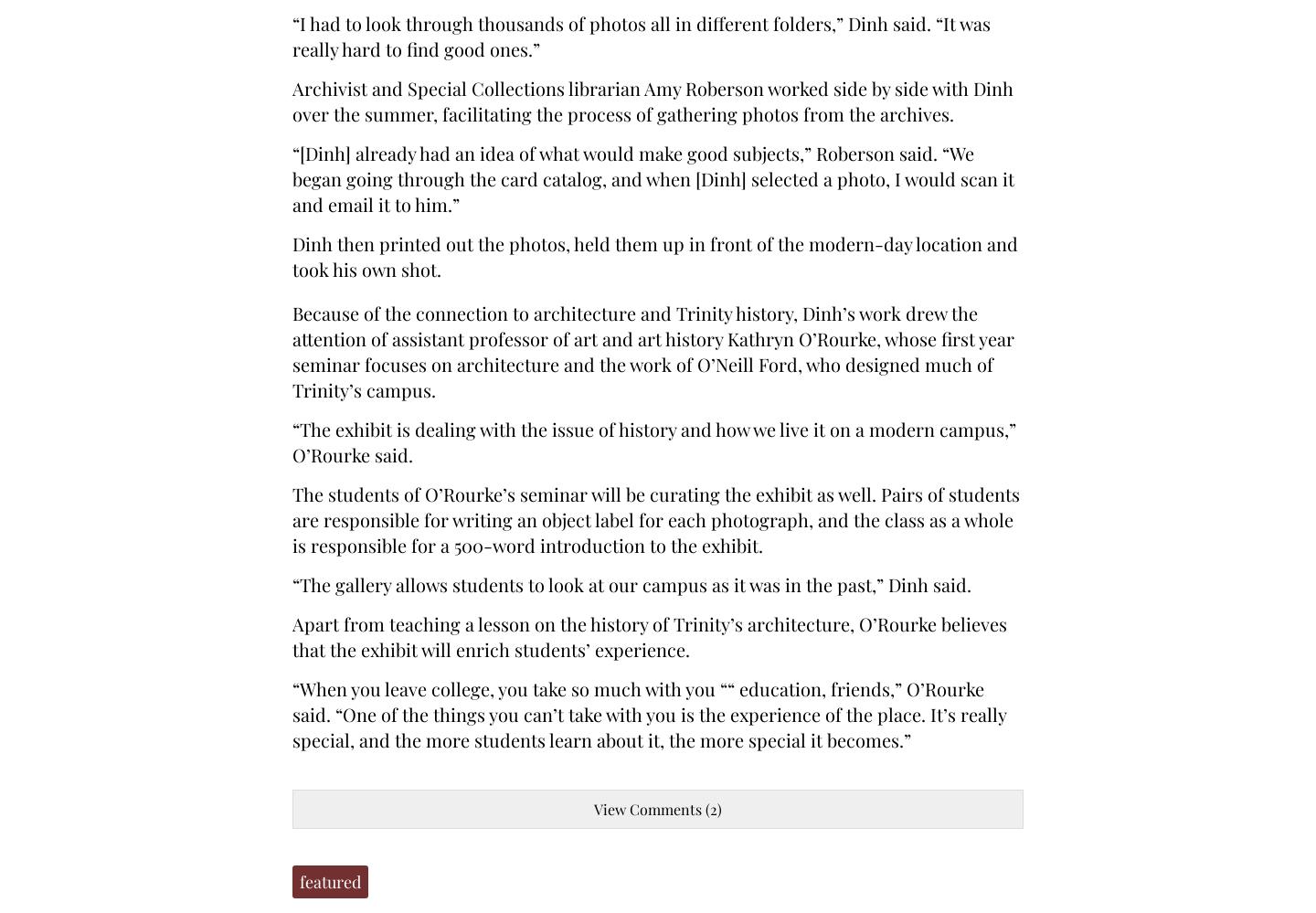 The image size is (1316, 913). Describe the element at coordinates (653, 351) in the screenshot. I see `'Because of the connection to architecture and Trinity history, Dinh’s work drew the attention of assistant professor of art and art history Kathryn O’Rourke, whose first year seminar focuses on architecture and the work of O’Neill Ford, who designed much of Trinity’s campus.'` at that location.